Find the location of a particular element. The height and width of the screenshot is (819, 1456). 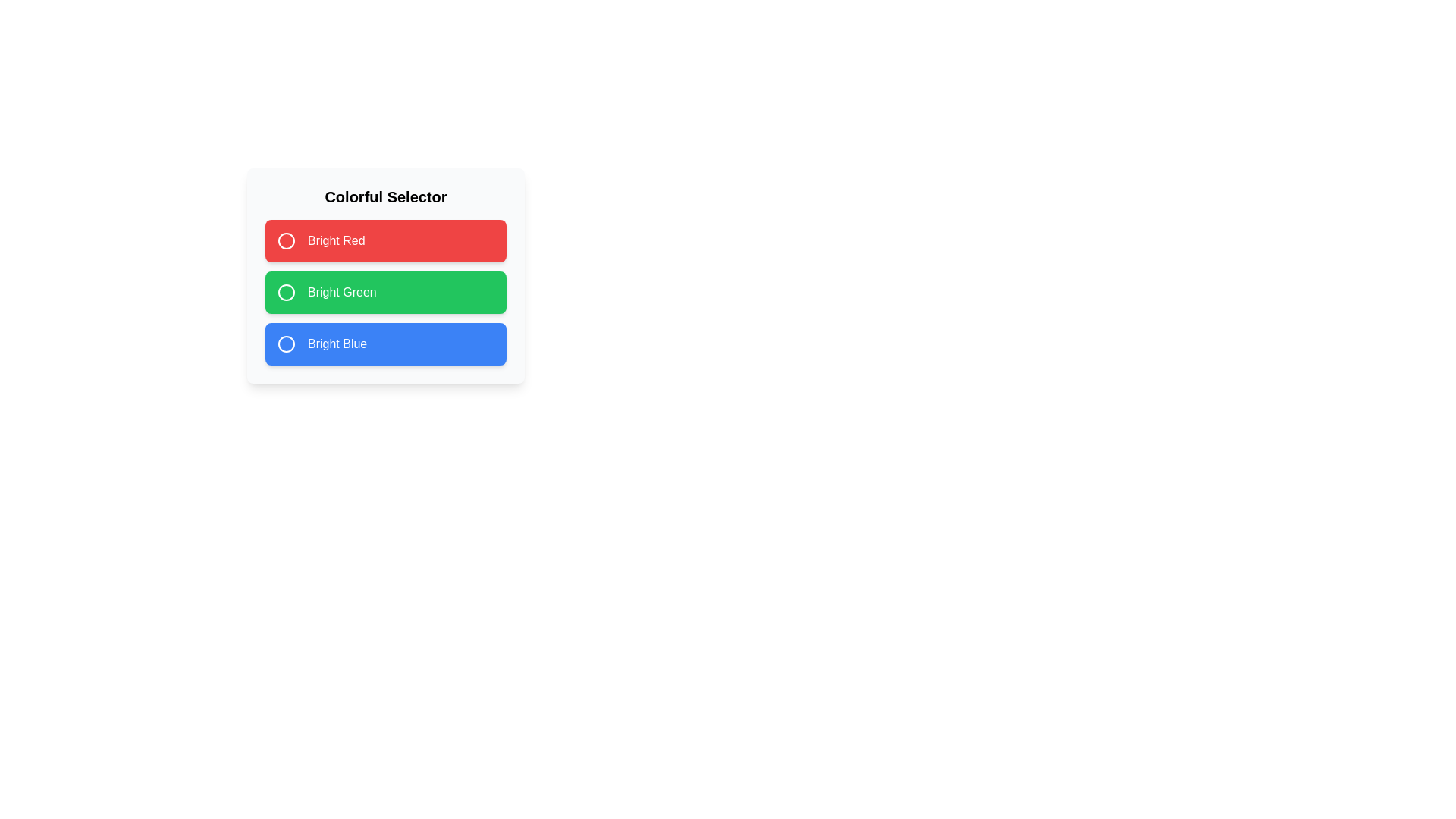

the green button labeled 'Bright Green' with a circular check icon, located under the 'Colorful Selector' heading is located at coordinates (385, 275).